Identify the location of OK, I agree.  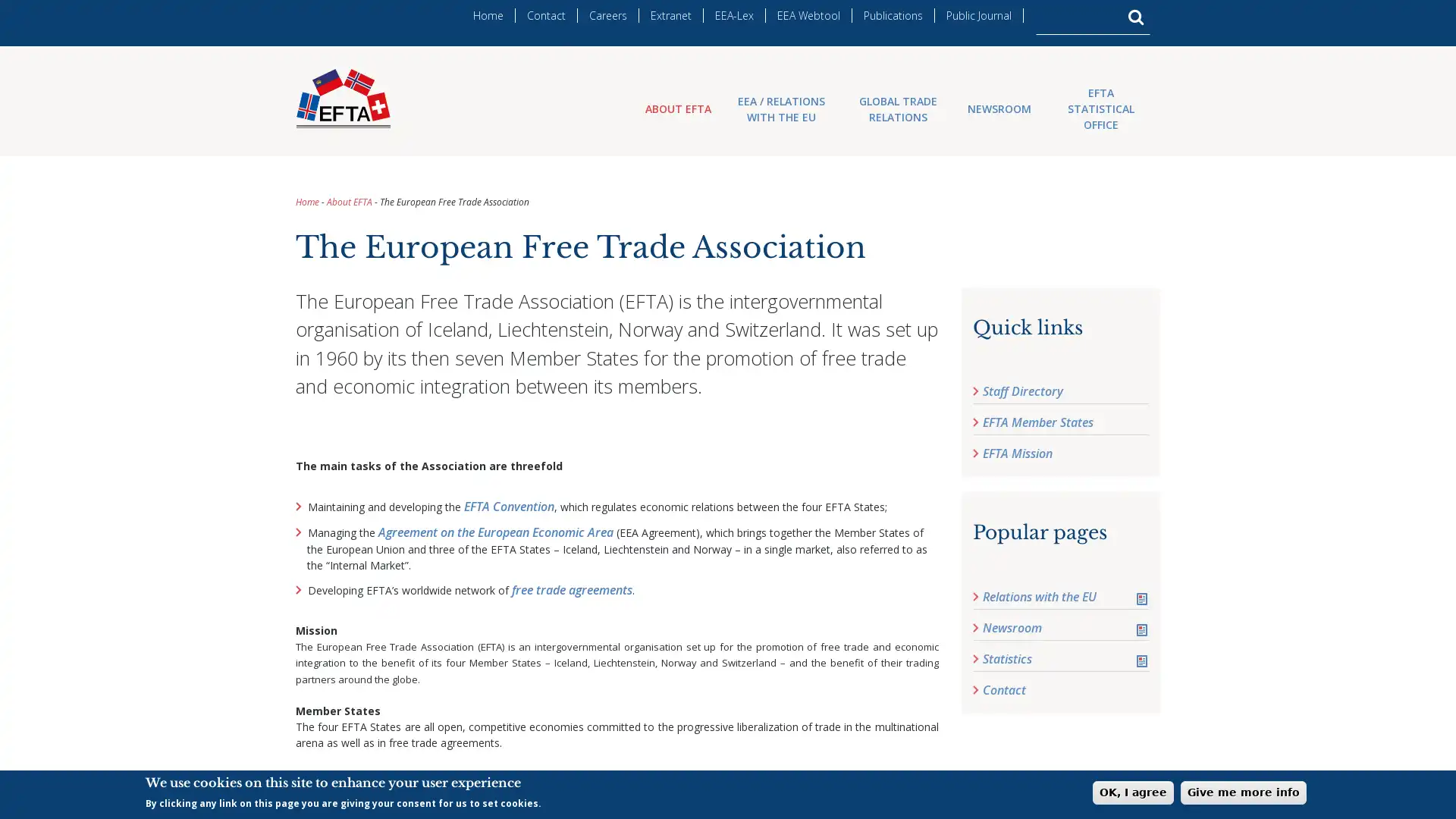
(1133, 792).